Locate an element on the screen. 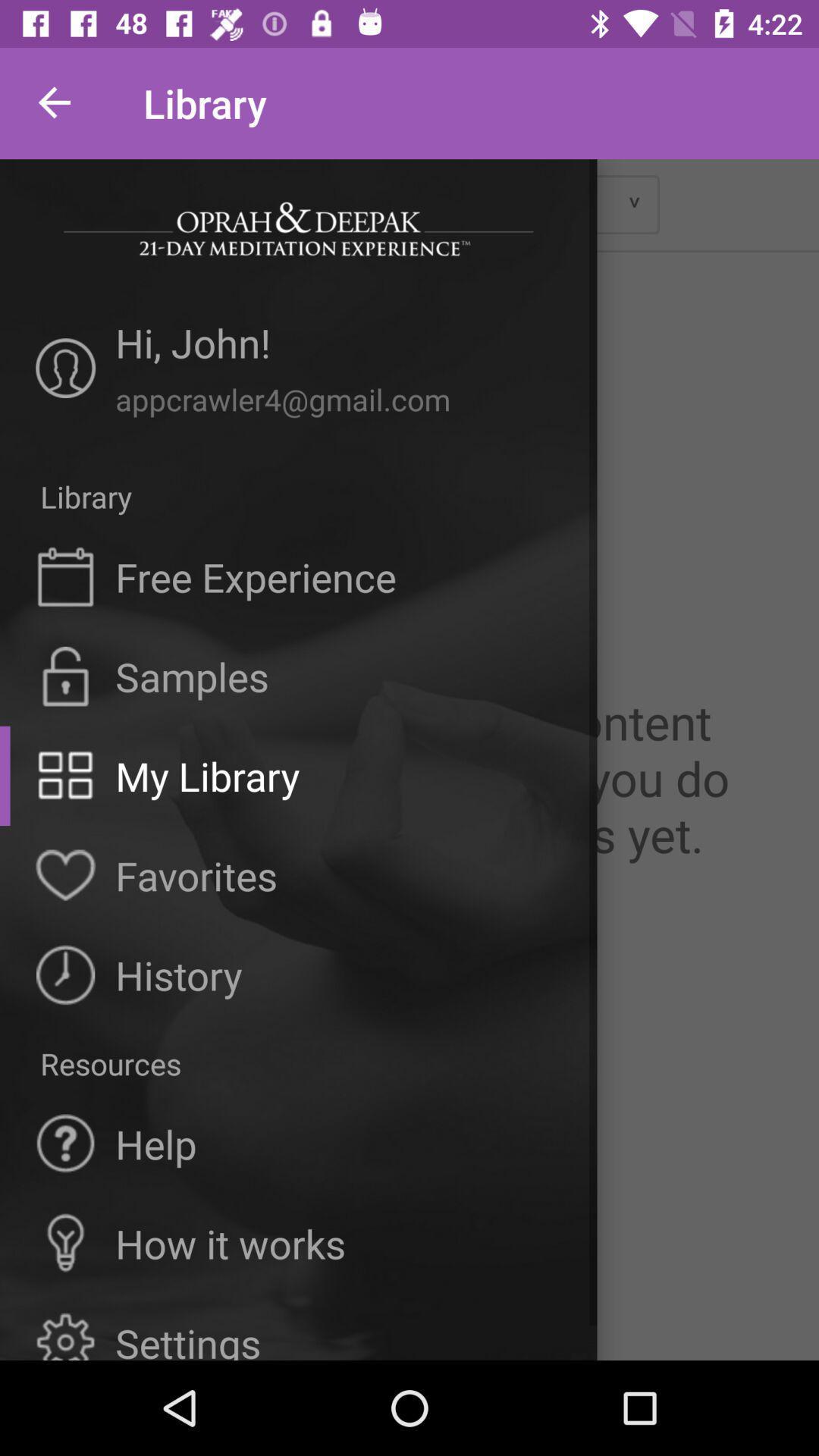  the free experience is located at coordinates (255, 576).